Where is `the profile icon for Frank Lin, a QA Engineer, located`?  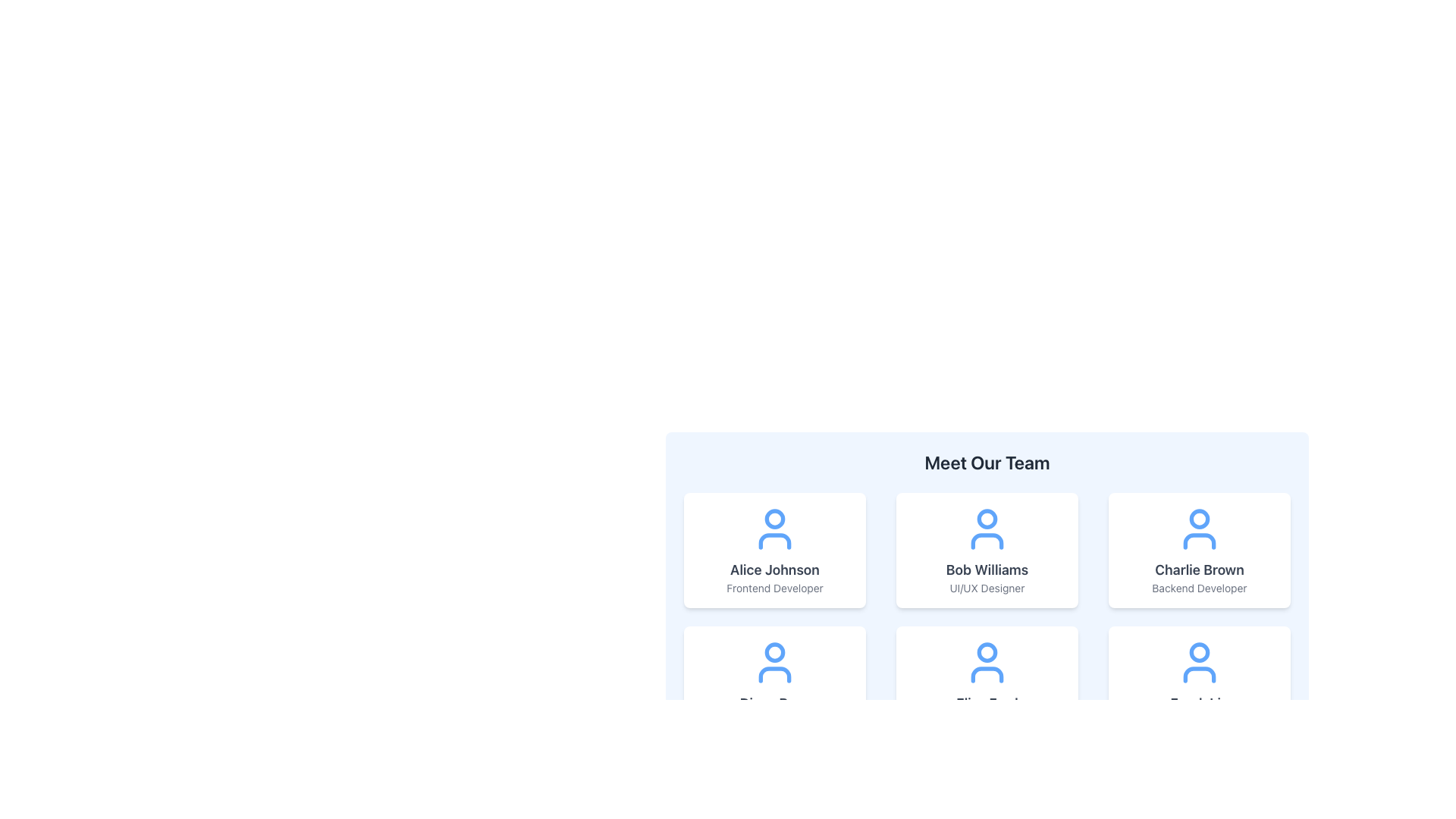
the profile icon for Frank Lin, a QA Engineer, located is located at coordinates (1199, 662).